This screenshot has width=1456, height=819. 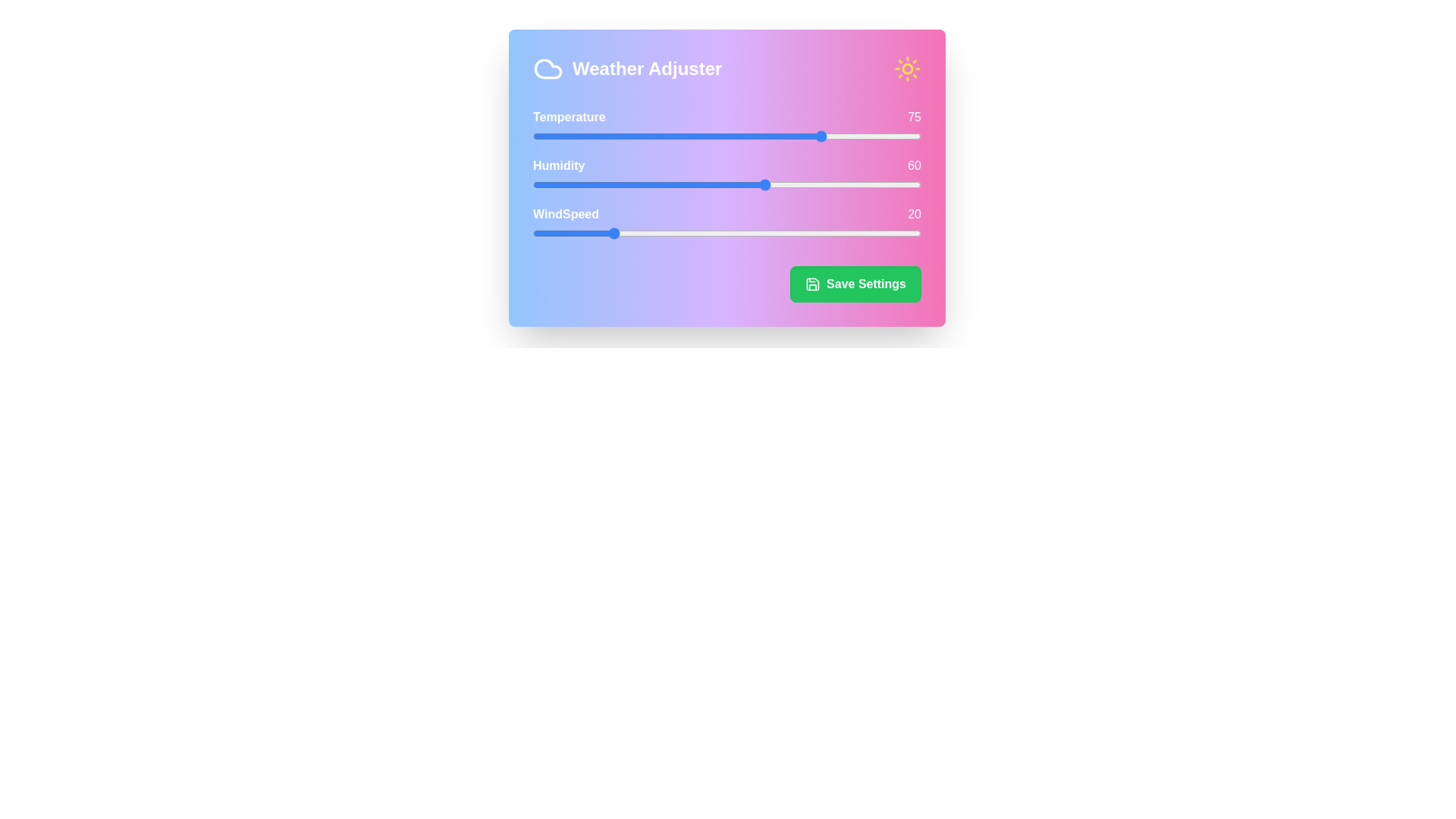 I want to click on the text label within the green save button that is located to the right of the floppy disk icon, so click(x=866, y=284).